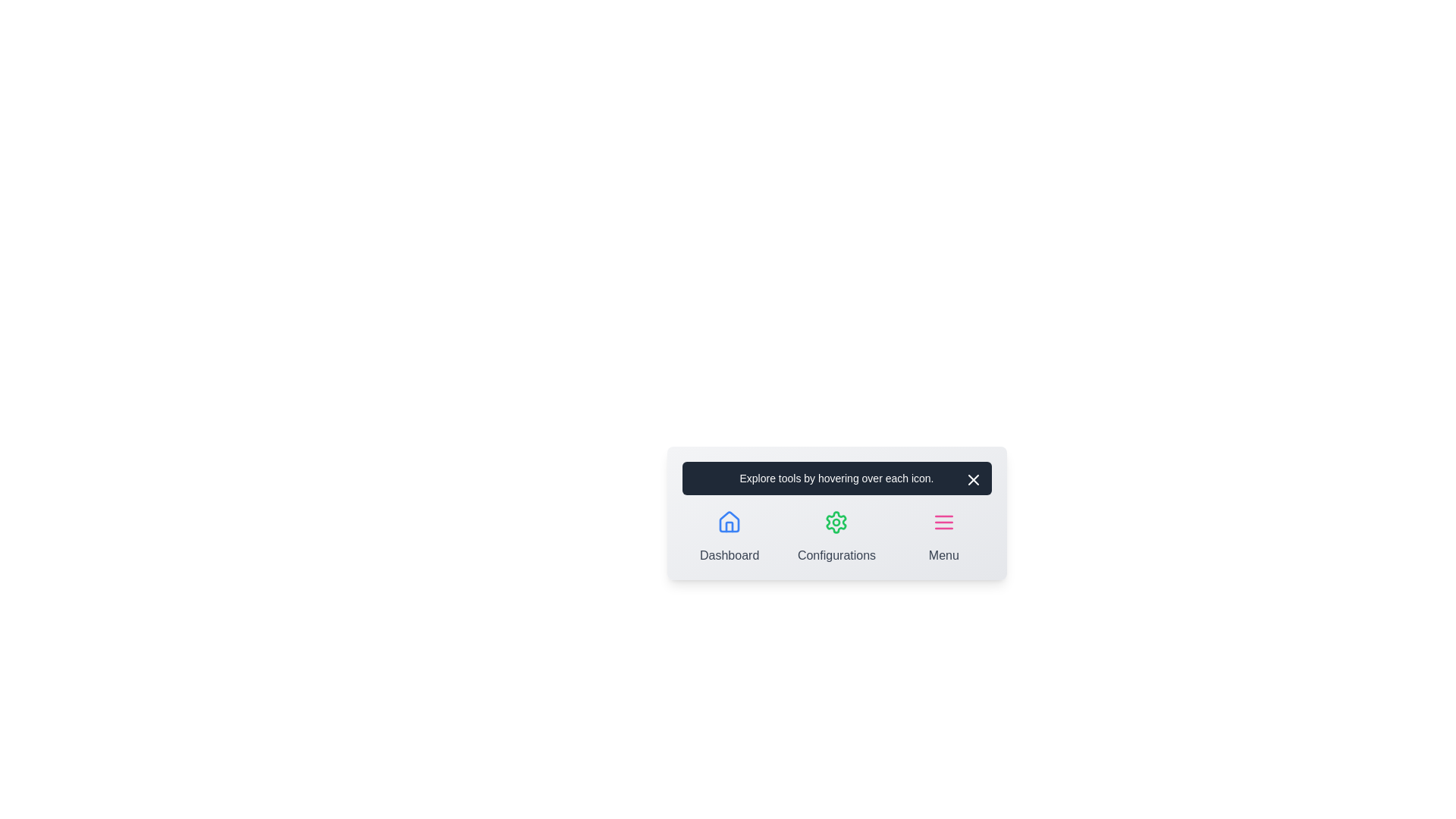  I want to click on the interactive selection element (icon with label) located between the 'Dashboard' and 'Menu' items, so click(836, 534).